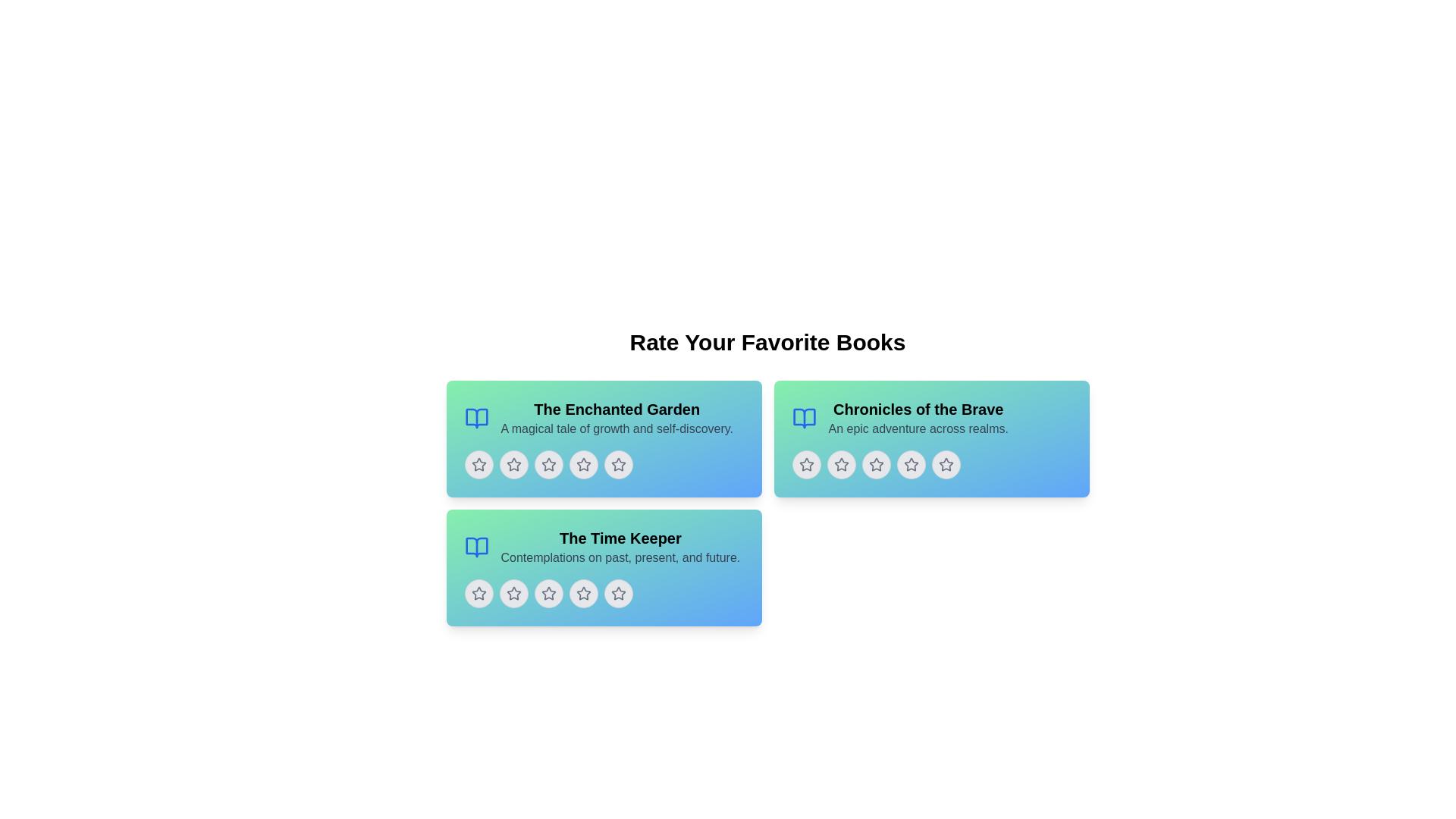  What do you see at coordinates (620, 537) in the screenshot?
I see `the card containing the bold text 'The Time Keeper', which is positioned in the lower-left of the grid layout` at bounding box center [620, 537].